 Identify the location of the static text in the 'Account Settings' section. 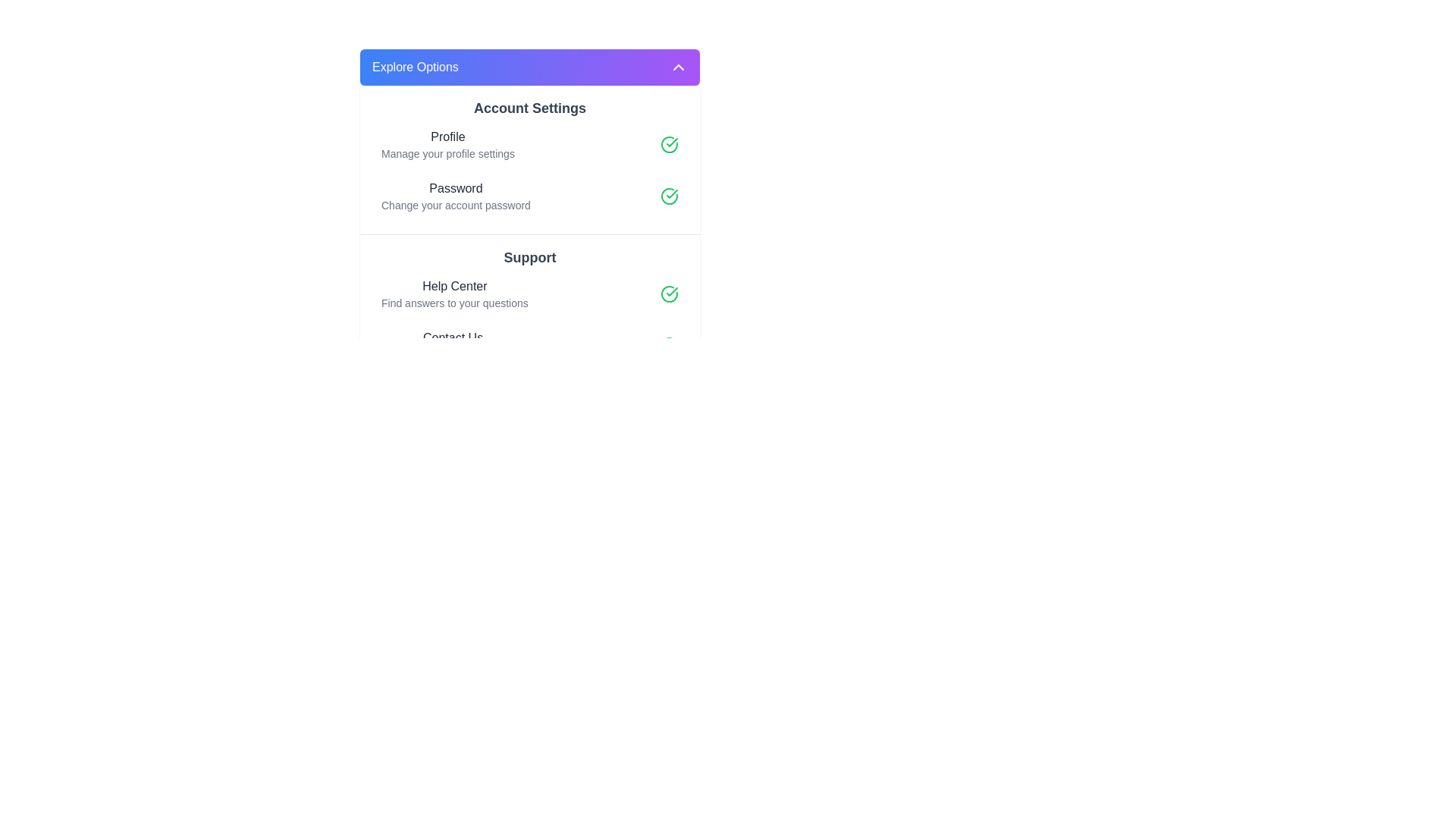
(447, 145).